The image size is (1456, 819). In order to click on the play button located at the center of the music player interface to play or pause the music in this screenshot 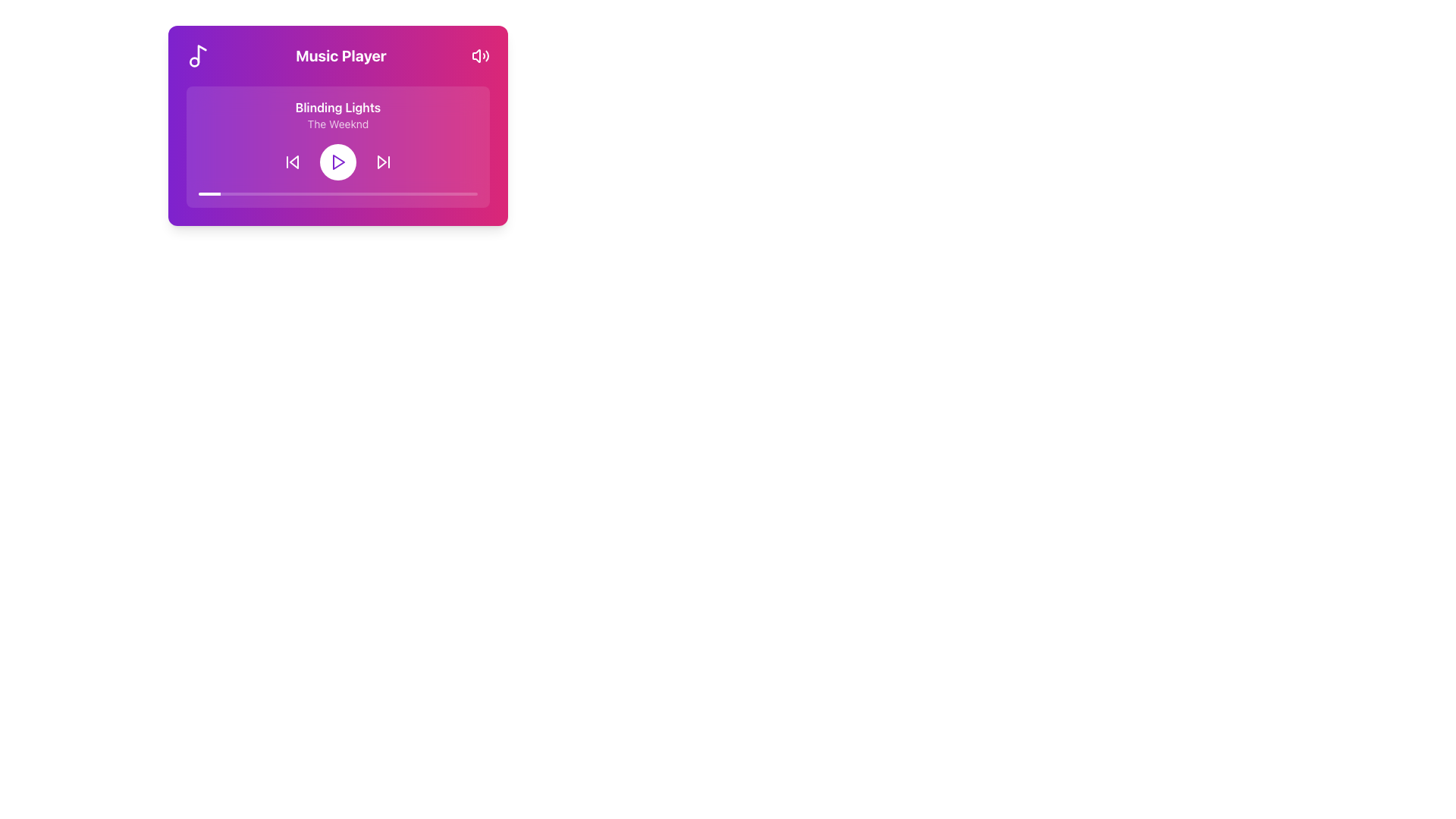, I will do `click(337, 162)`.